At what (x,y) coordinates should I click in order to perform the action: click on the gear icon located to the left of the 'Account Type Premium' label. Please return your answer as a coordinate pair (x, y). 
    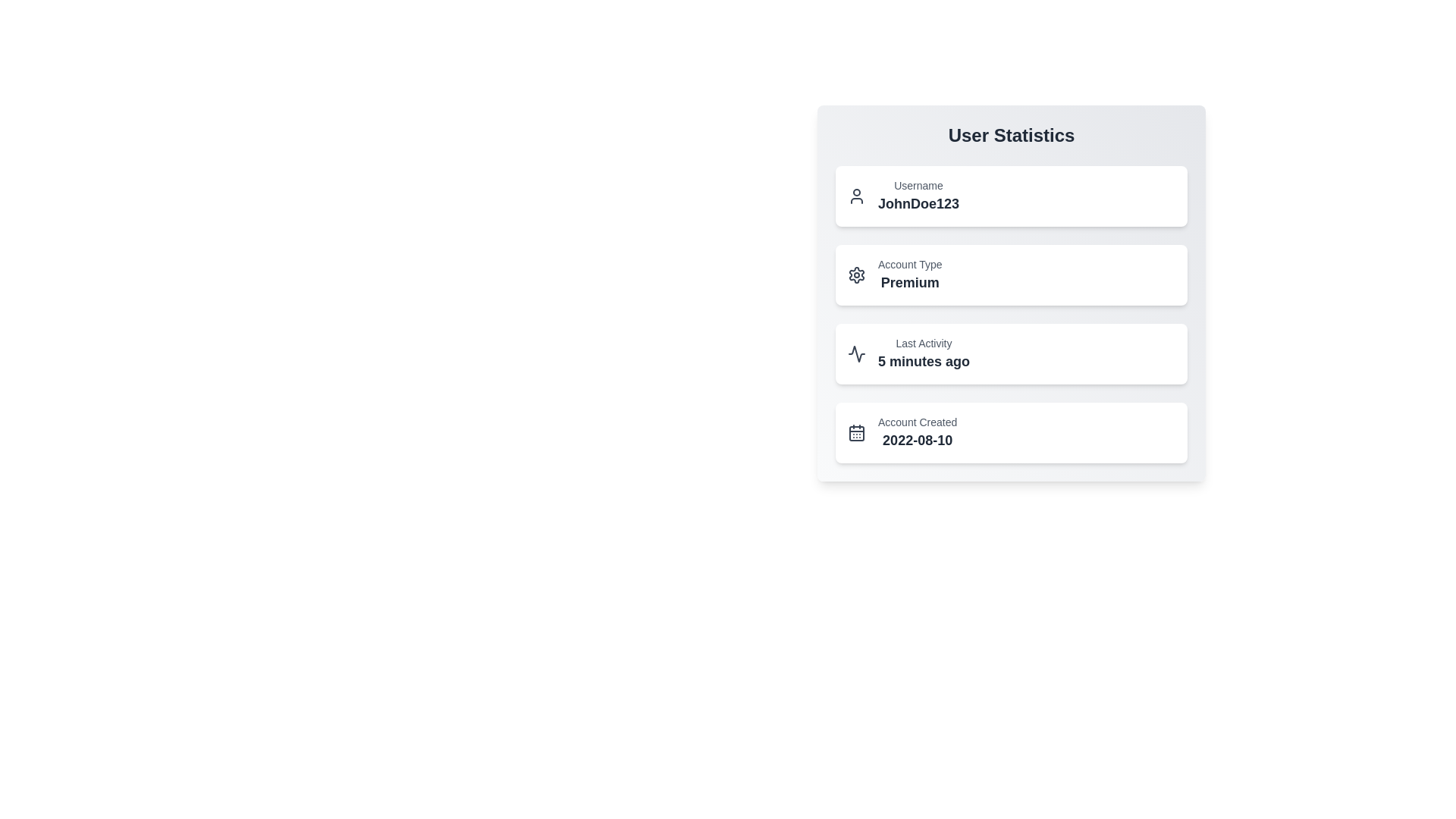
    Looking at the image, I should click on (856, 275).